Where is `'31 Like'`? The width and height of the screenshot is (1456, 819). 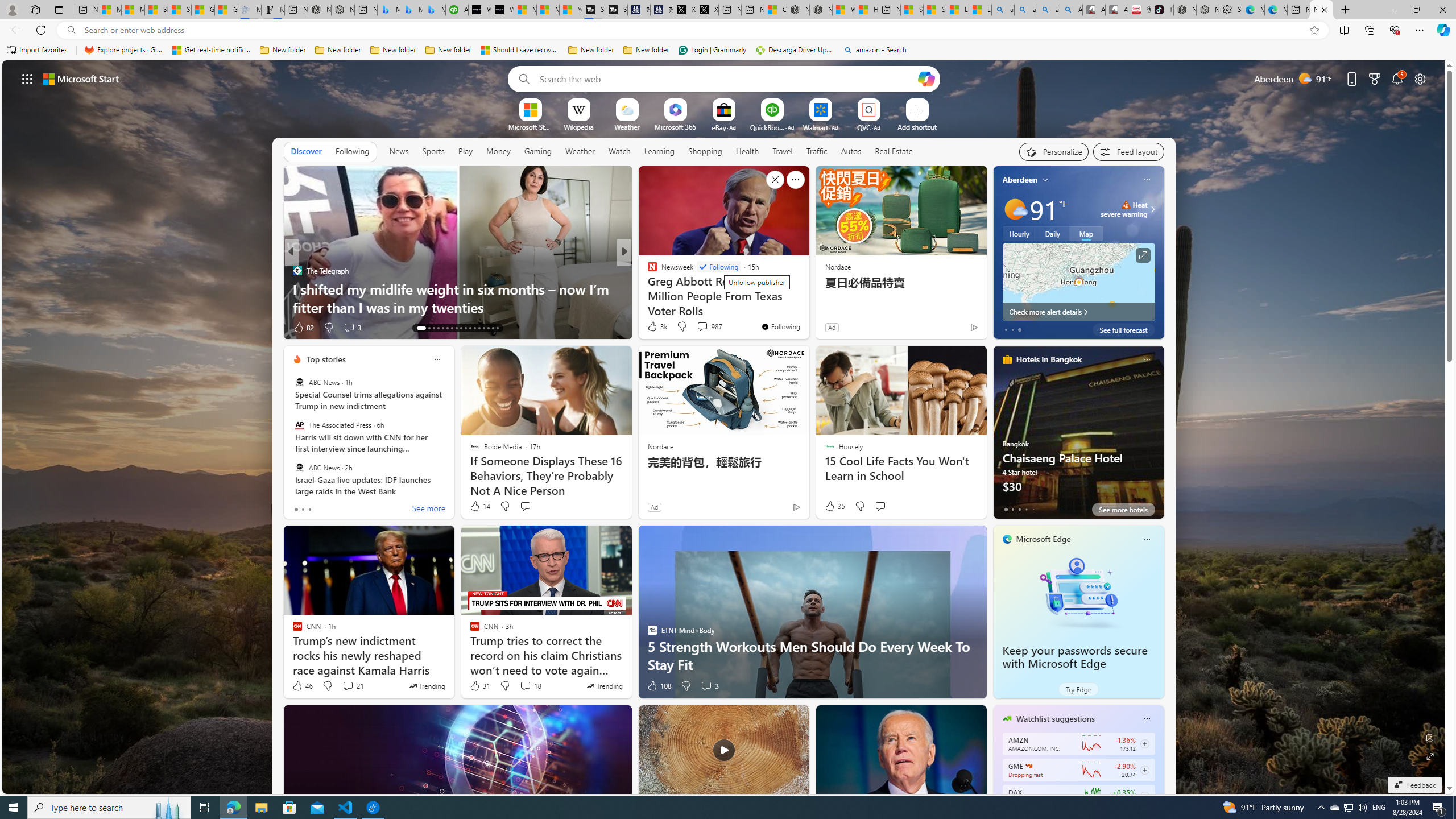
'31 Like' is located at coordinates (479, 686).